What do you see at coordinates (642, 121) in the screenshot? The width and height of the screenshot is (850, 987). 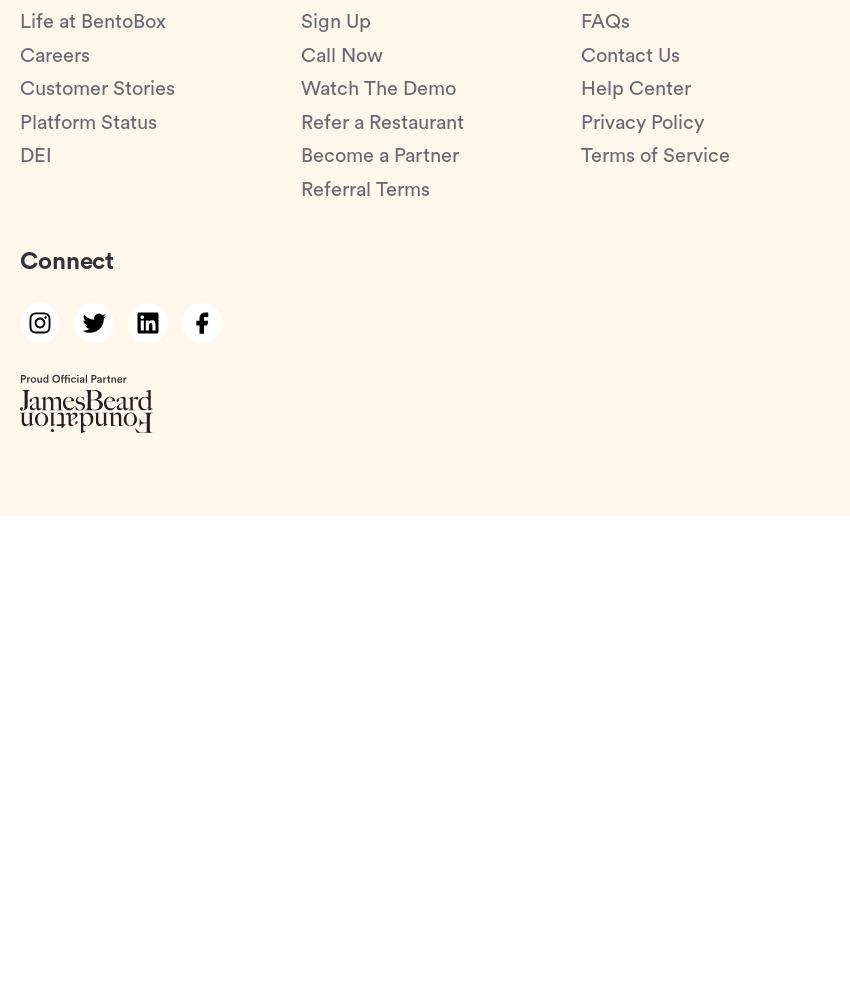 I see `'Privacy Policy'` at bounding box center [642, 121].